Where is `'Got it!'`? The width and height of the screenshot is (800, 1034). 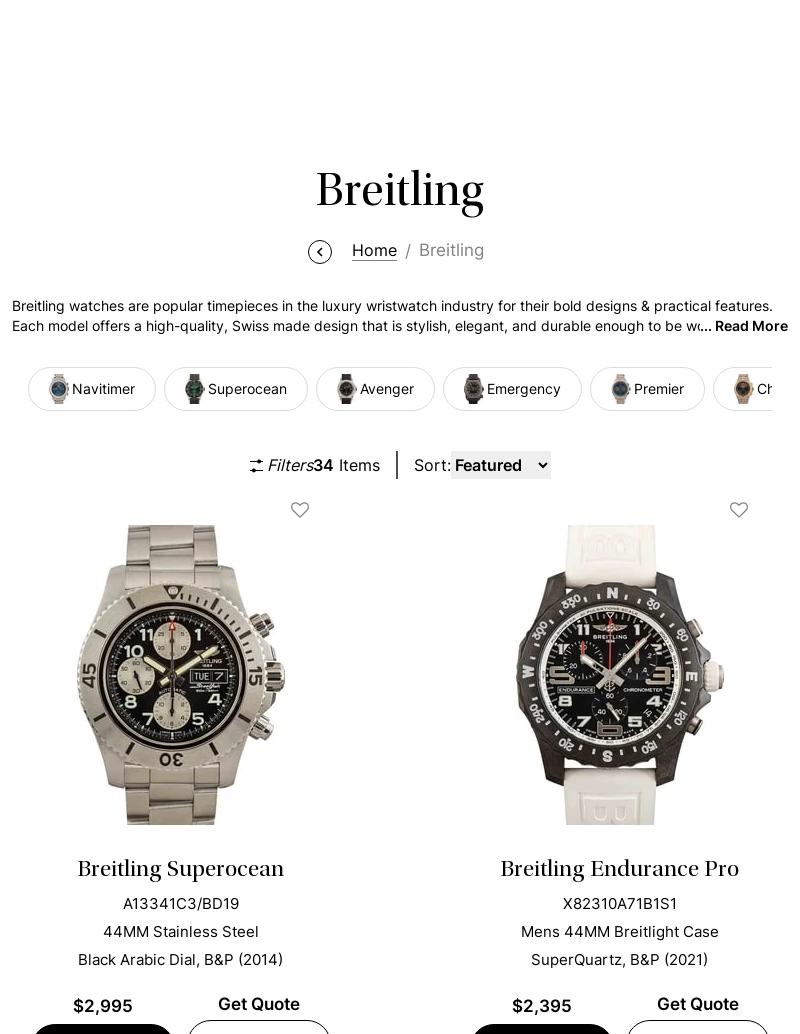 'Got it!' is located at coordinates (720, 955).